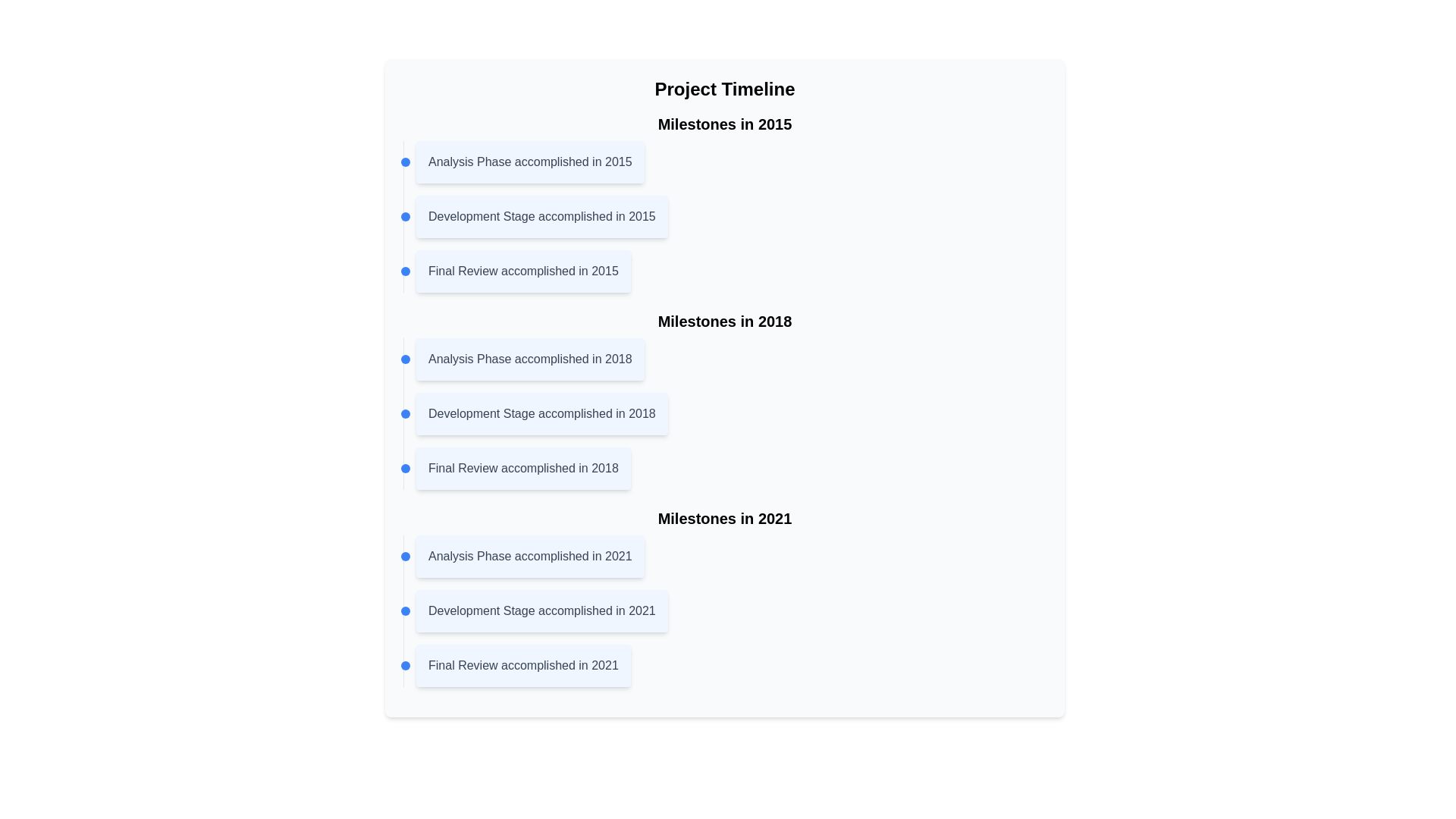 This screenshot has height=819, width=1456. What do you see at coordinates (723, 89) in the screenshot?
I see `header text element located at the top of the centered rectangular section with a light gray background and rounded corners, which introduces the theme or content of the section` at bounding box center [723, 89].